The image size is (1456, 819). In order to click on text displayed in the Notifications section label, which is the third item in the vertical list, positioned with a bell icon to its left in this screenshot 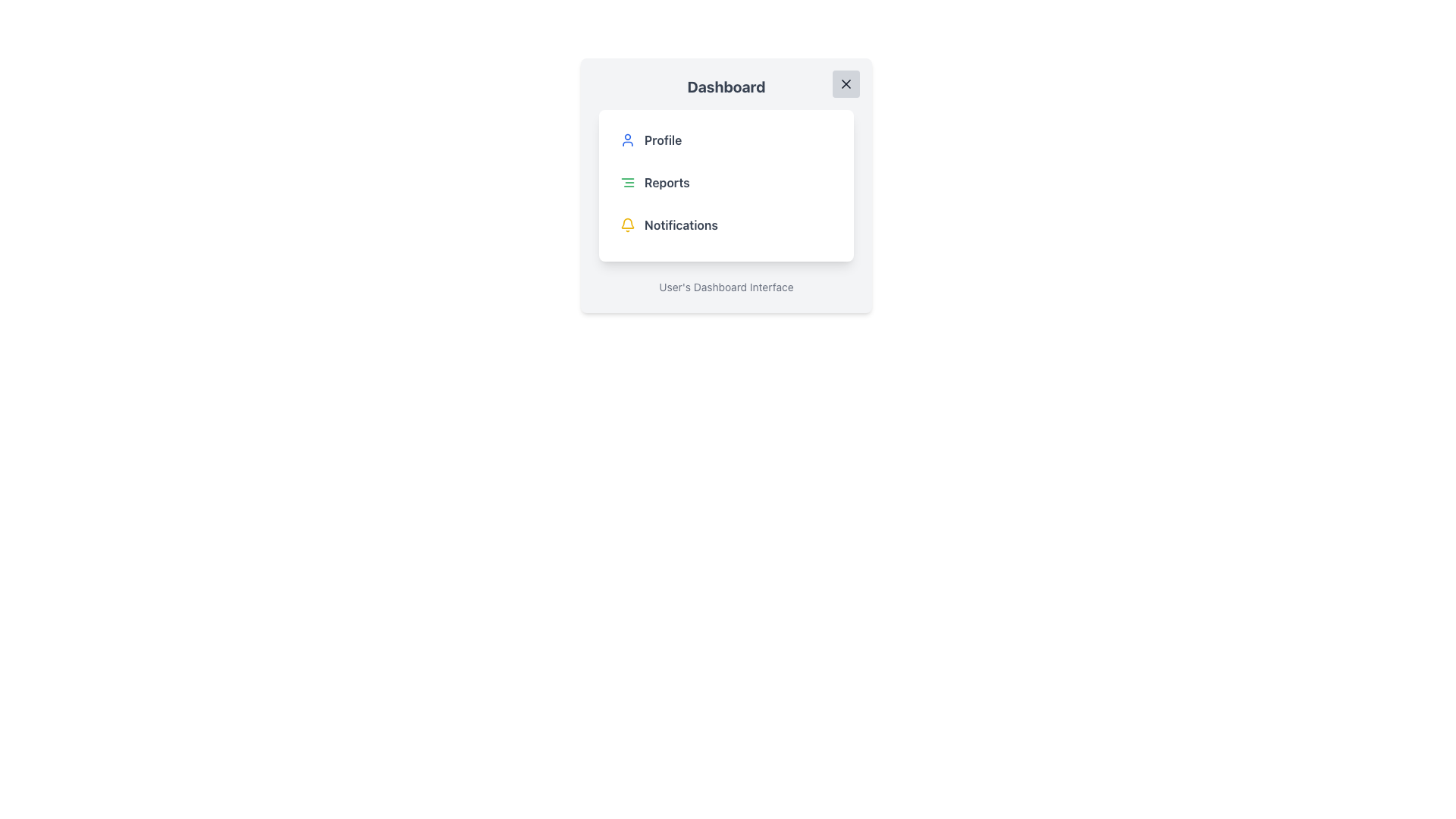, I will do `click(680, 225)`.